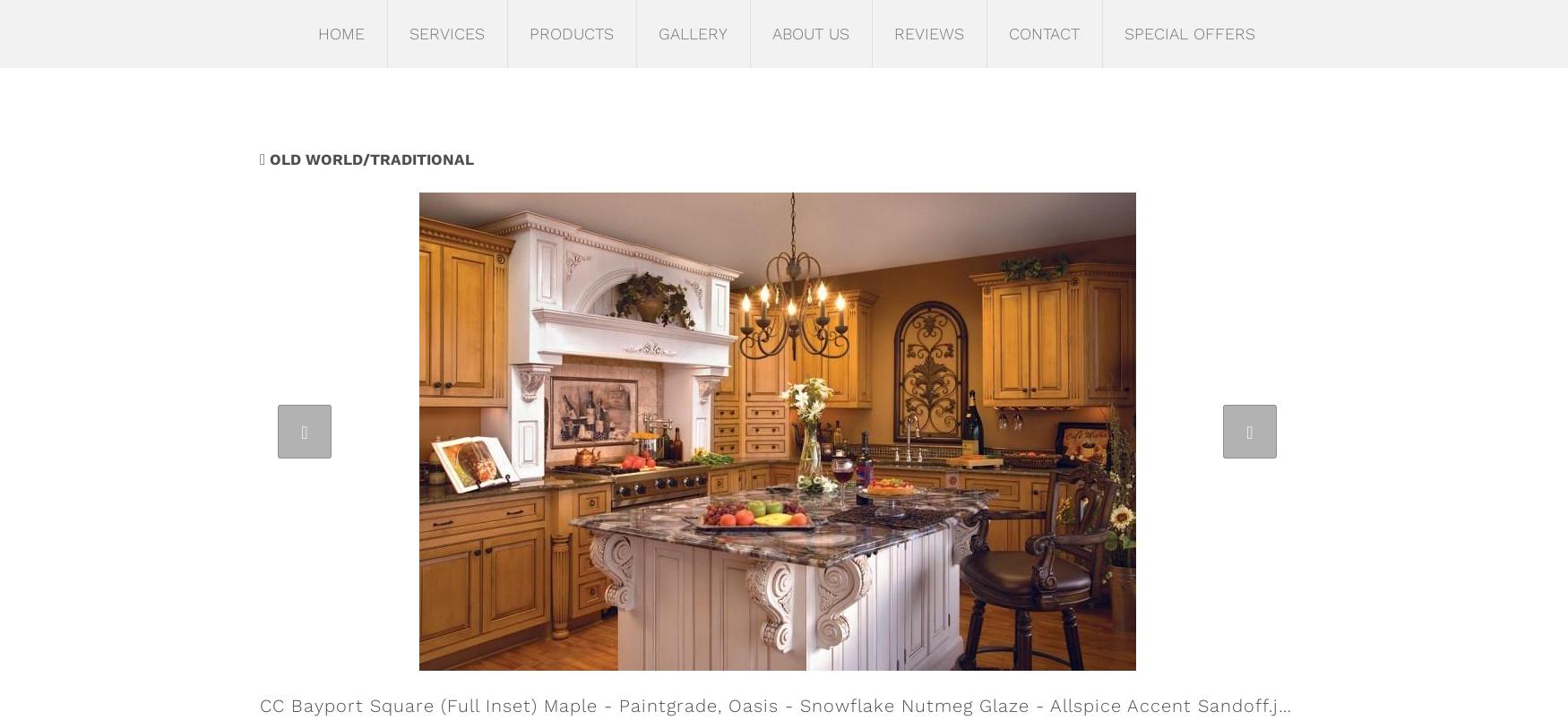 Image resolution: width=1568 pixels, height=720 pixels. Describe the element at coordinates (560, 83) in the screenshot. I see `'Cabinetry'` at that location.